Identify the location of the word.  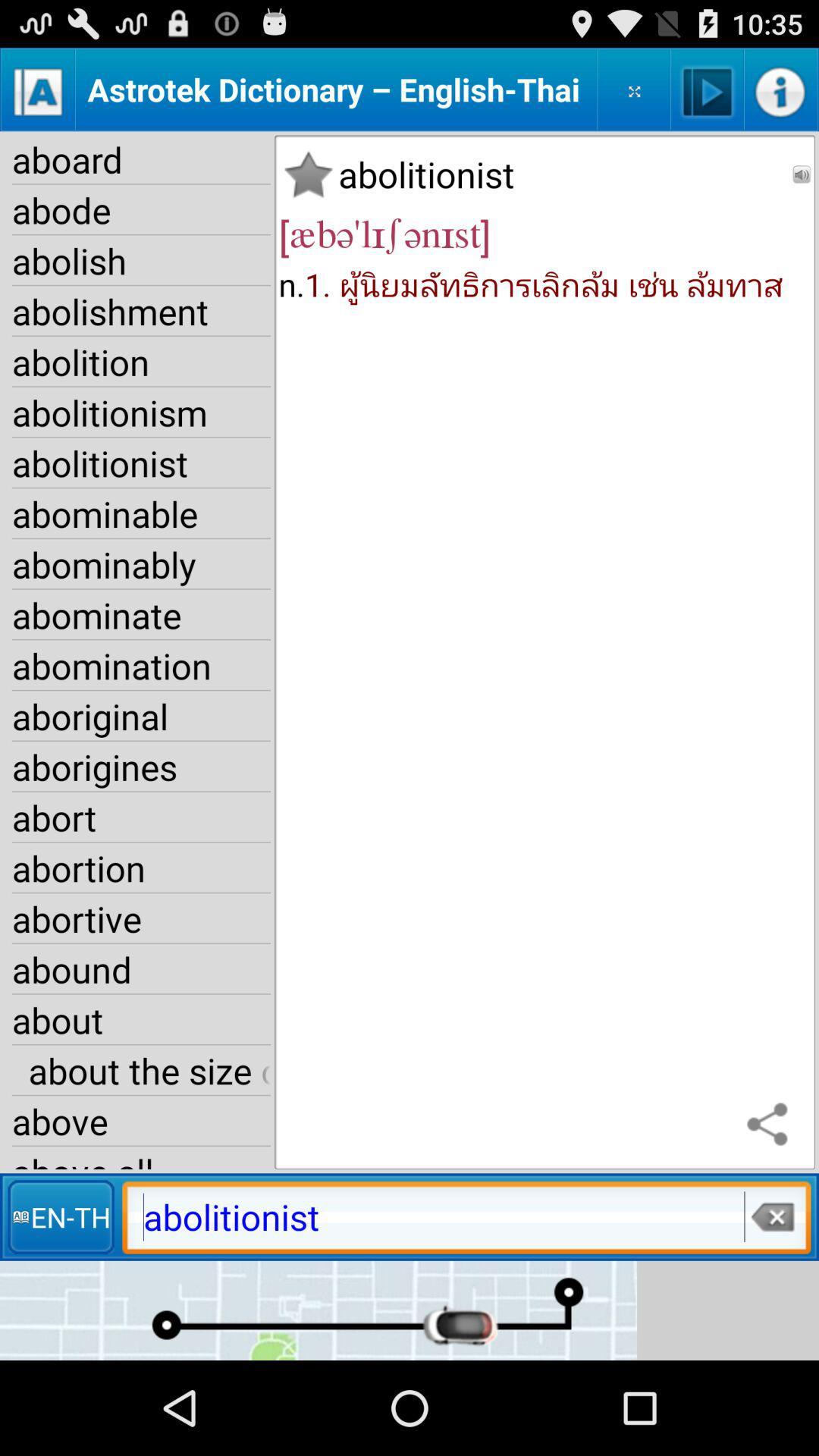
(307, 174).